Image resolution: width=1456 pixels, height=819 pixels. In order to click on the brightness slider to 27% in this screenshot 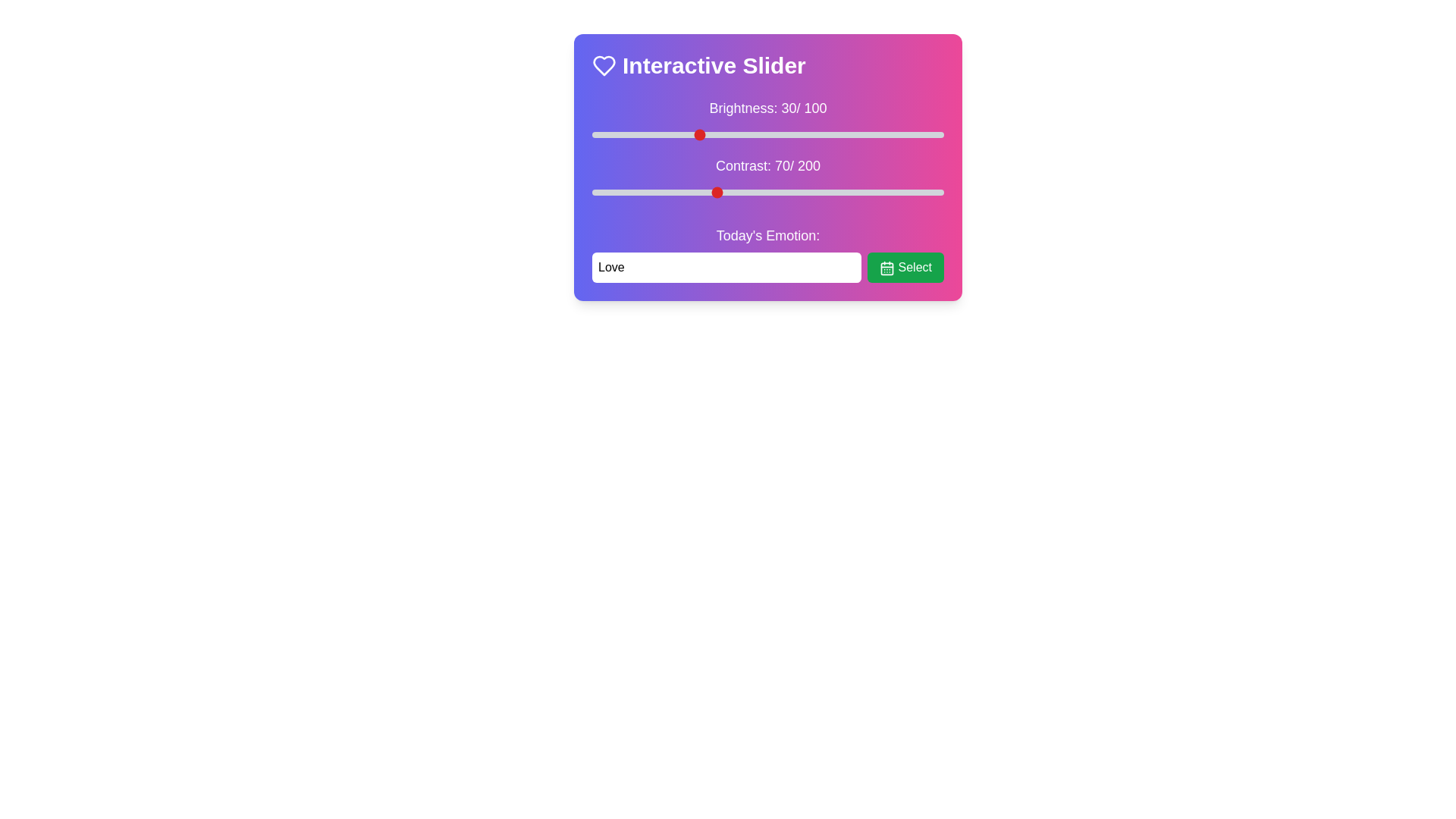, I will do `click(686, 133)`.